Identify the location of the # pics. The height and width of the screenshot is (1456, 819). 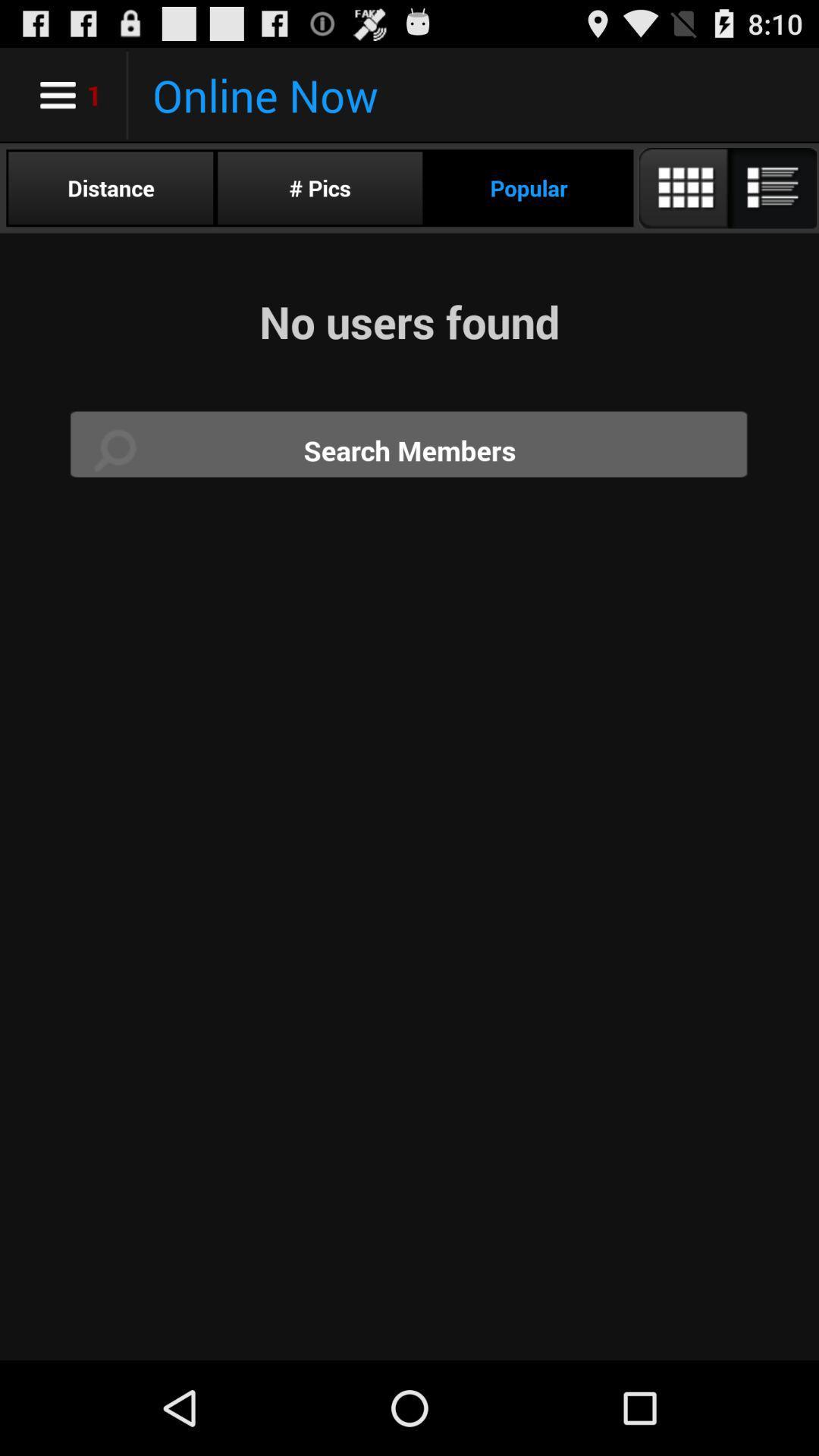
(319, 187).